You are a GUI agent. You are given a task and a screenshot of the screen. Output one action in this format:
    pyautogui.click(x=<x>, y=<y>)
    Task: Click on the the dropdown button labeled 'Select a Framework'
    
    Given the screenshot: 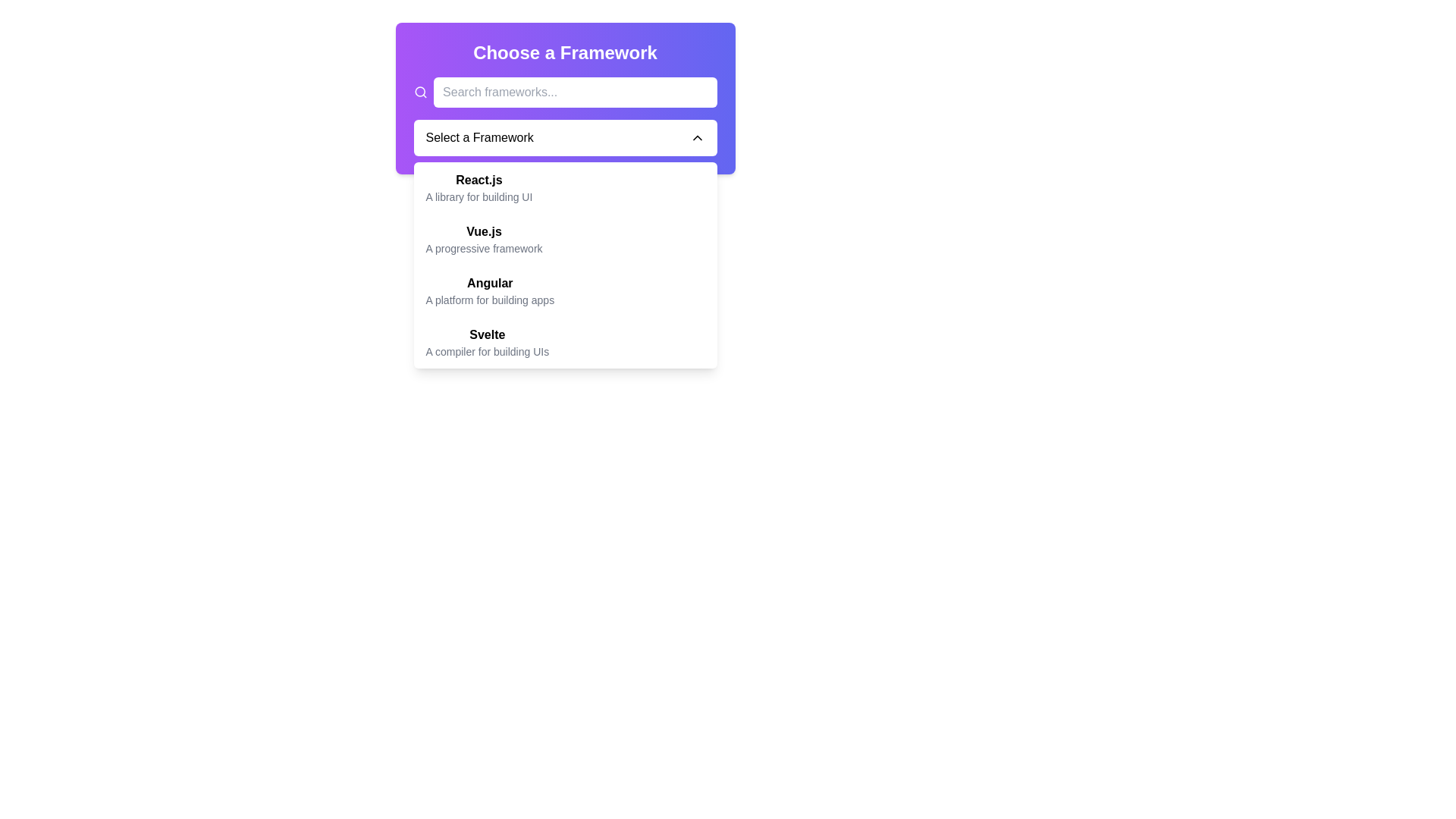 What is the action you would take?
    pyautogui.click(x=479, y=137)
    